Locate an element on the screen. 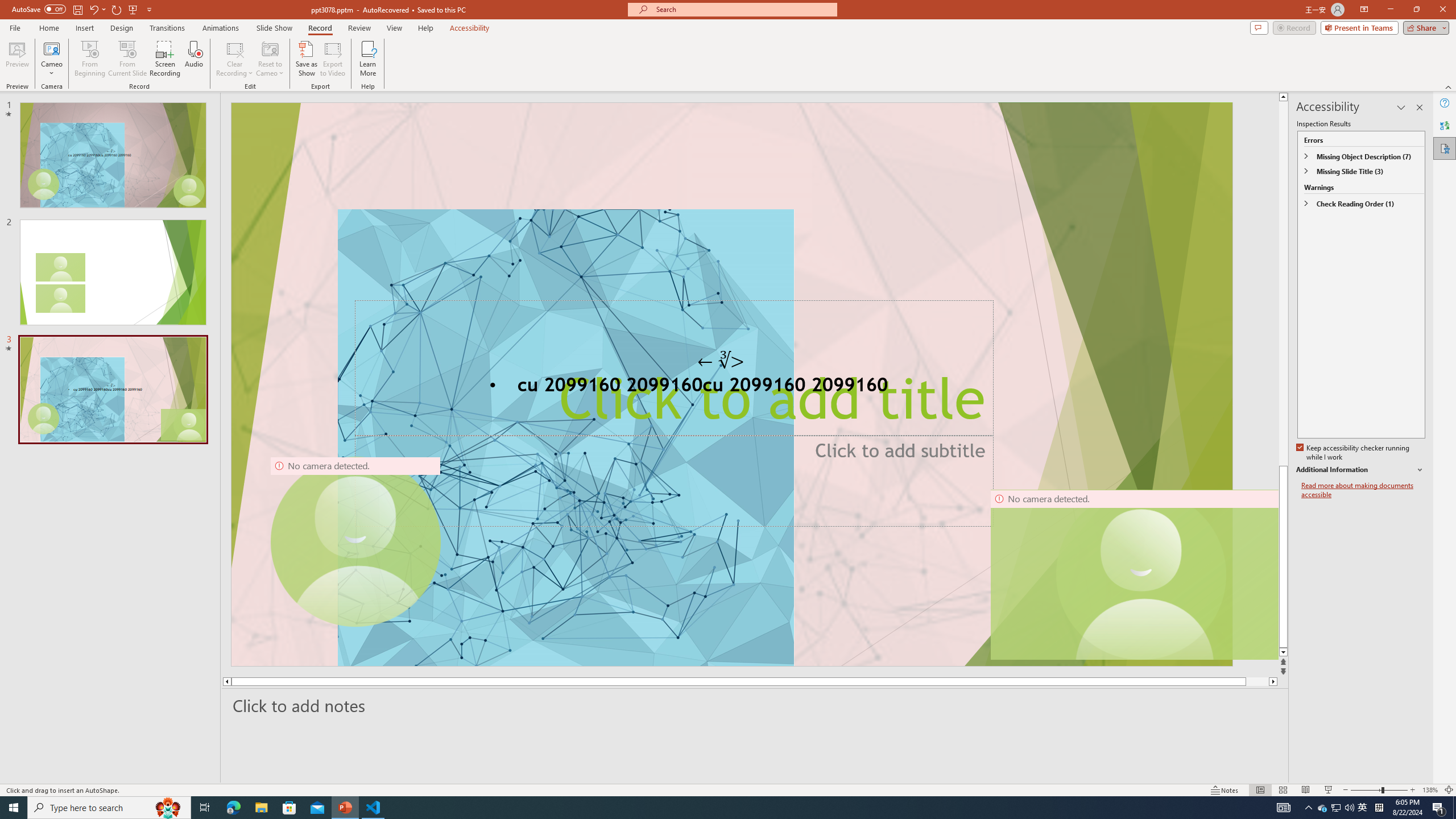  'Zoom to Fit ' is located at coordinates (1449, 790).